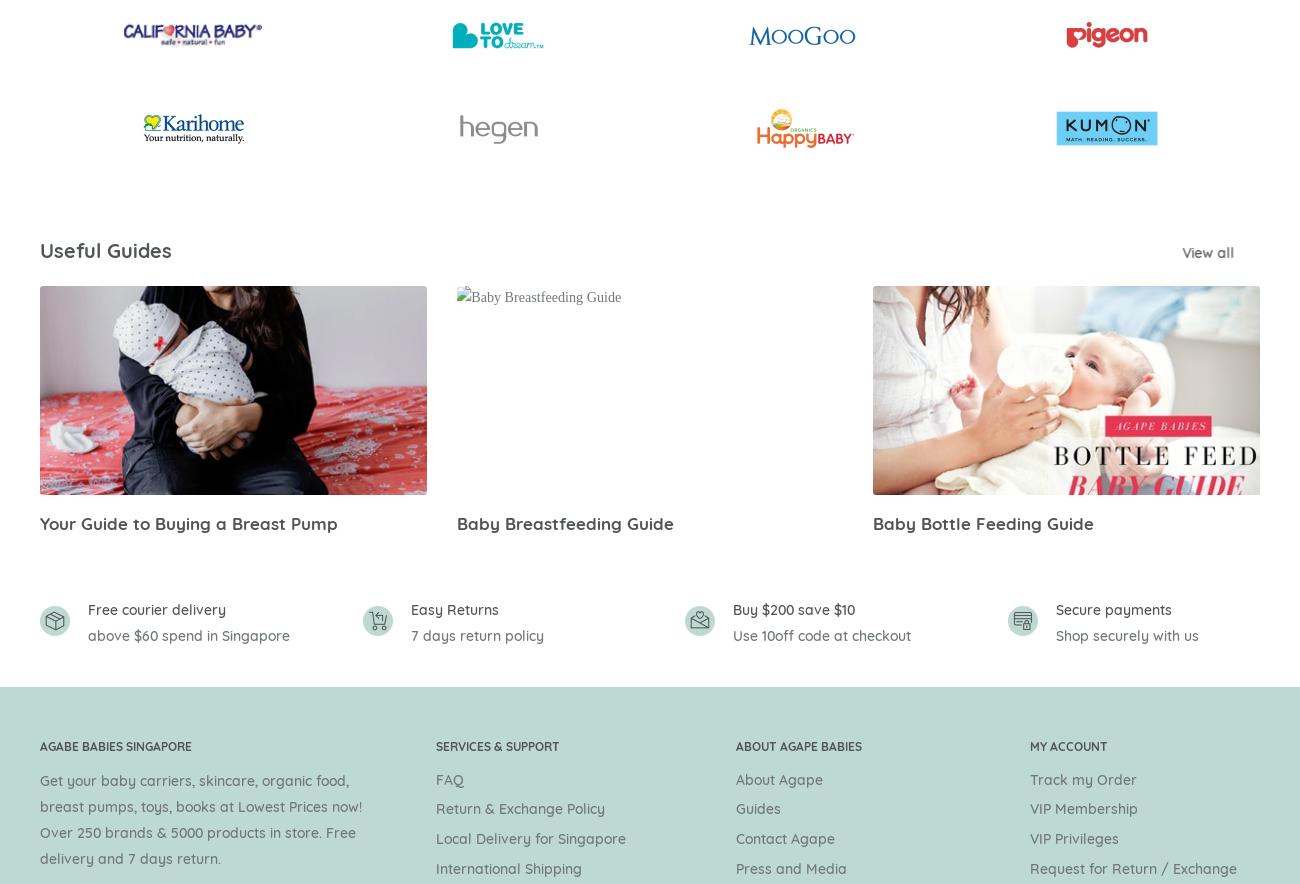 The image size is (1300, 884). What do you see at coordinates (39, 522) in the screenshot?
I see `'Your Guide to Buying a Breast Pump'` at bounding box center [39, 522].